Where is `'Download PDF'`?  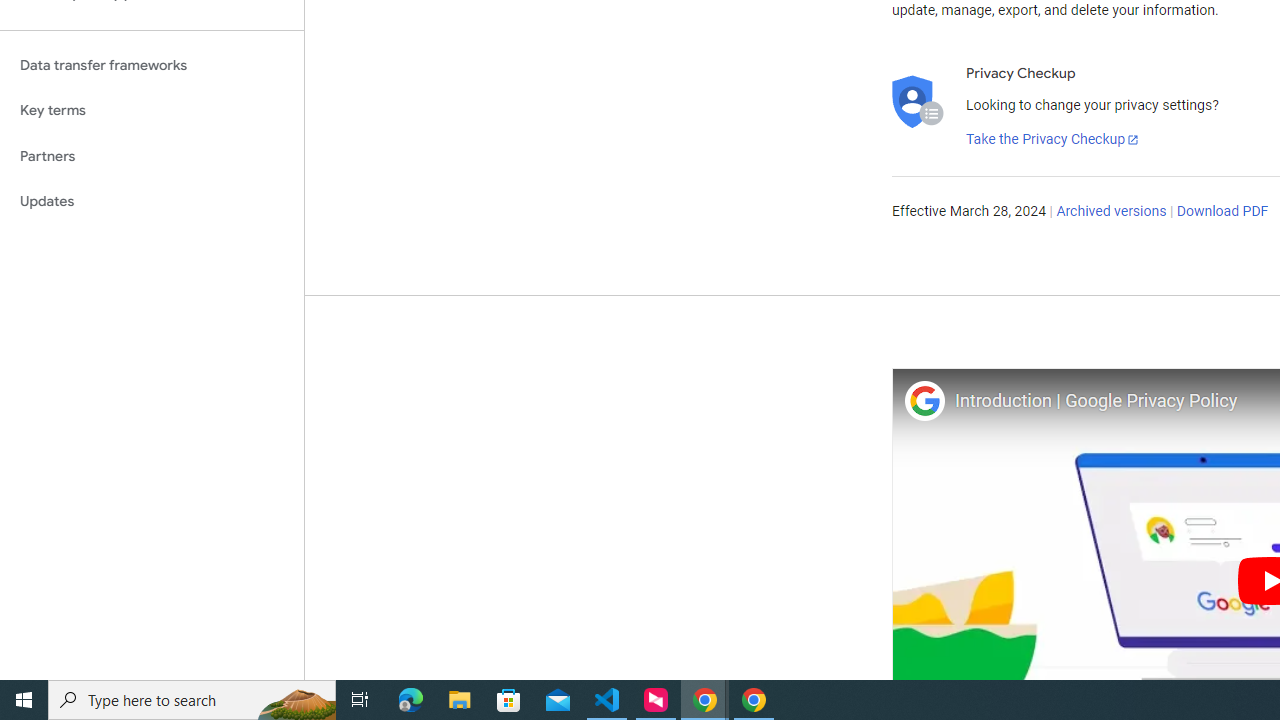 'Download PDF' is located at coordinates (1221, 212).